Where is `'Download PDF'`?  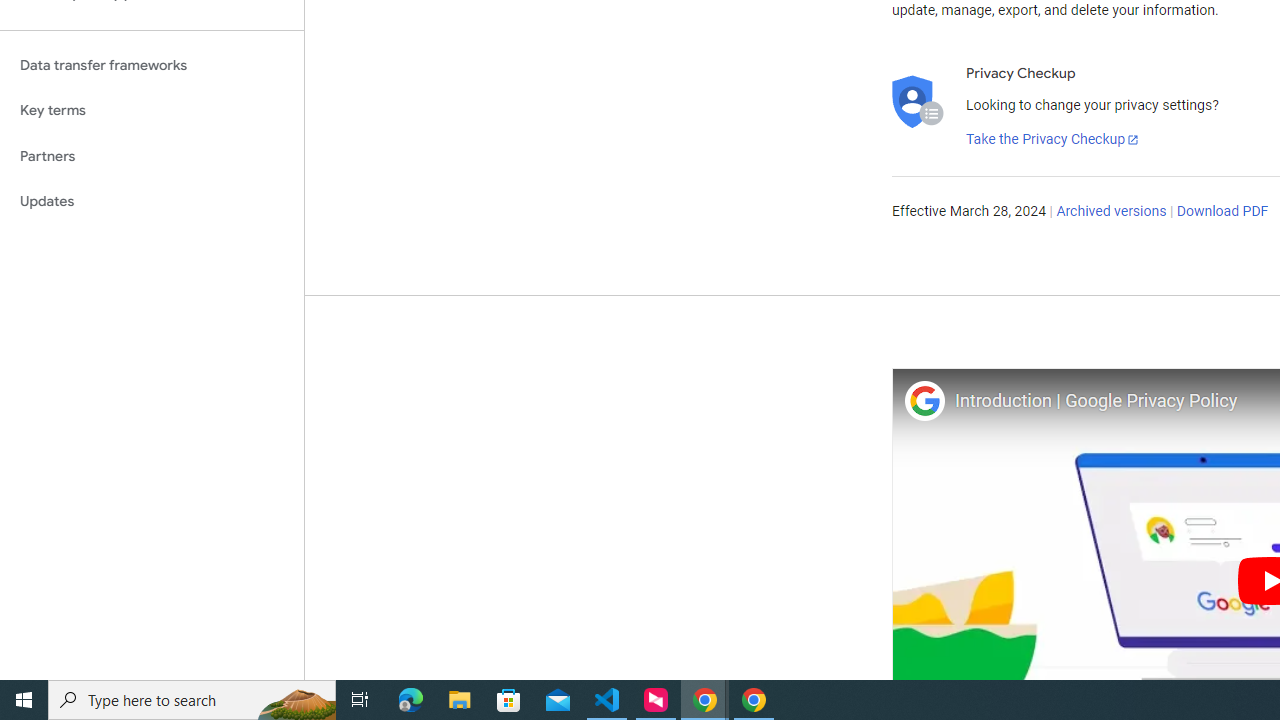 'Download PDF' is located at coordinates (1221, 212).